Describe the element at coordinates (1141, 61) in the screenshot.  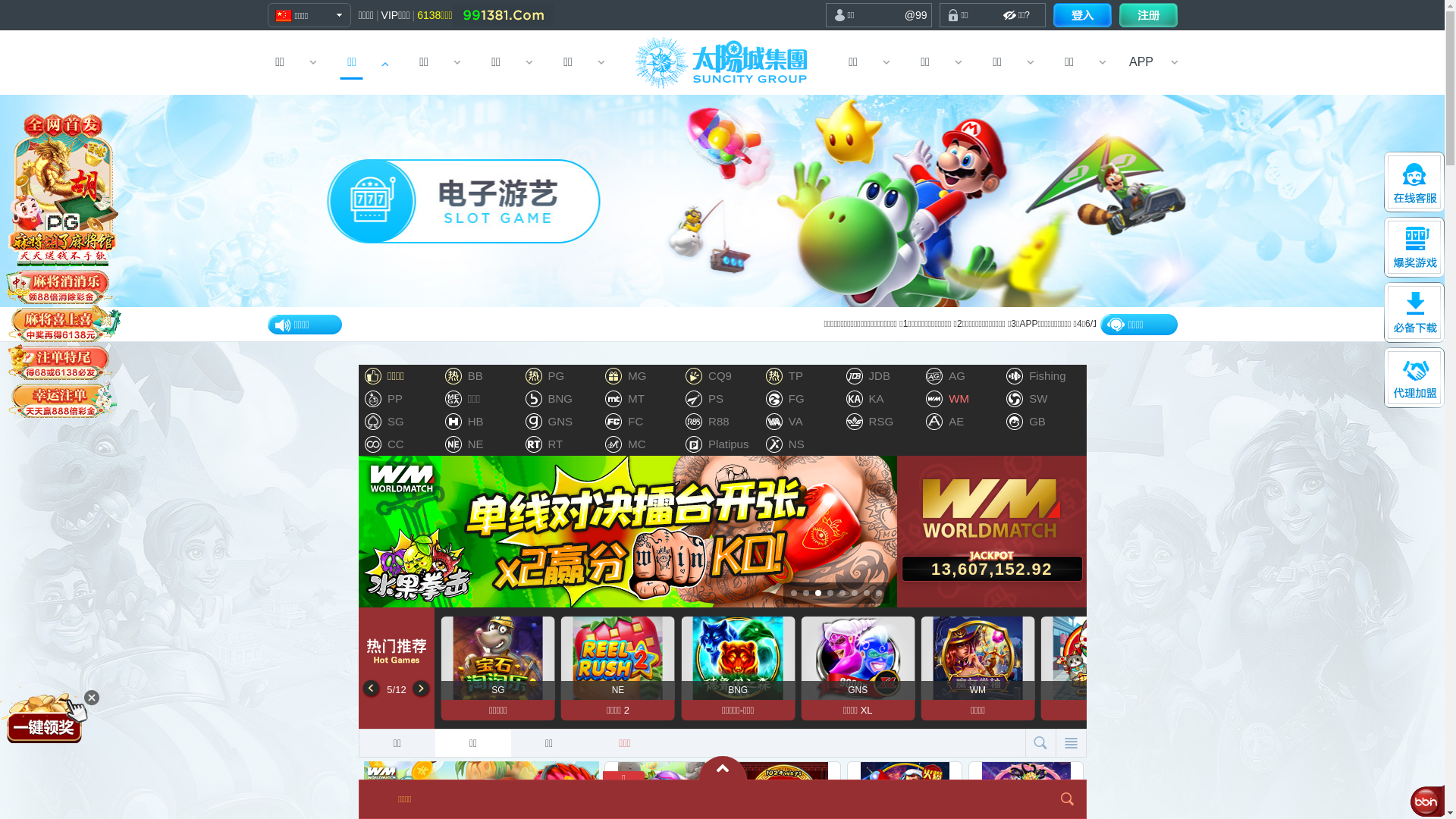
I see `'APP'` at that location.